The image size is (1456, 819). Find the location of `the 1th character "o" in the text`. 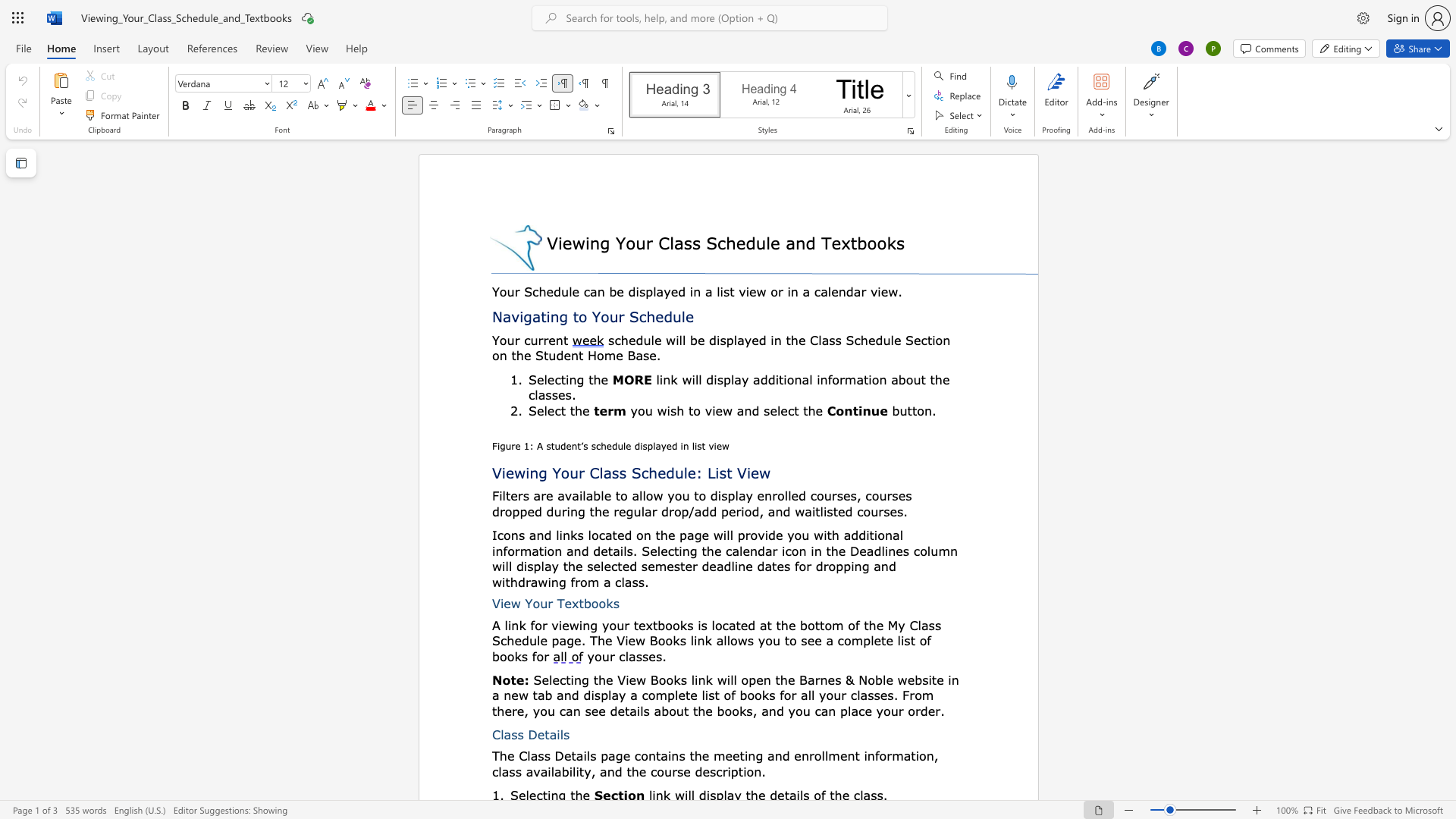

the 1th character "o" in the text is located at coordinates (597, 655).